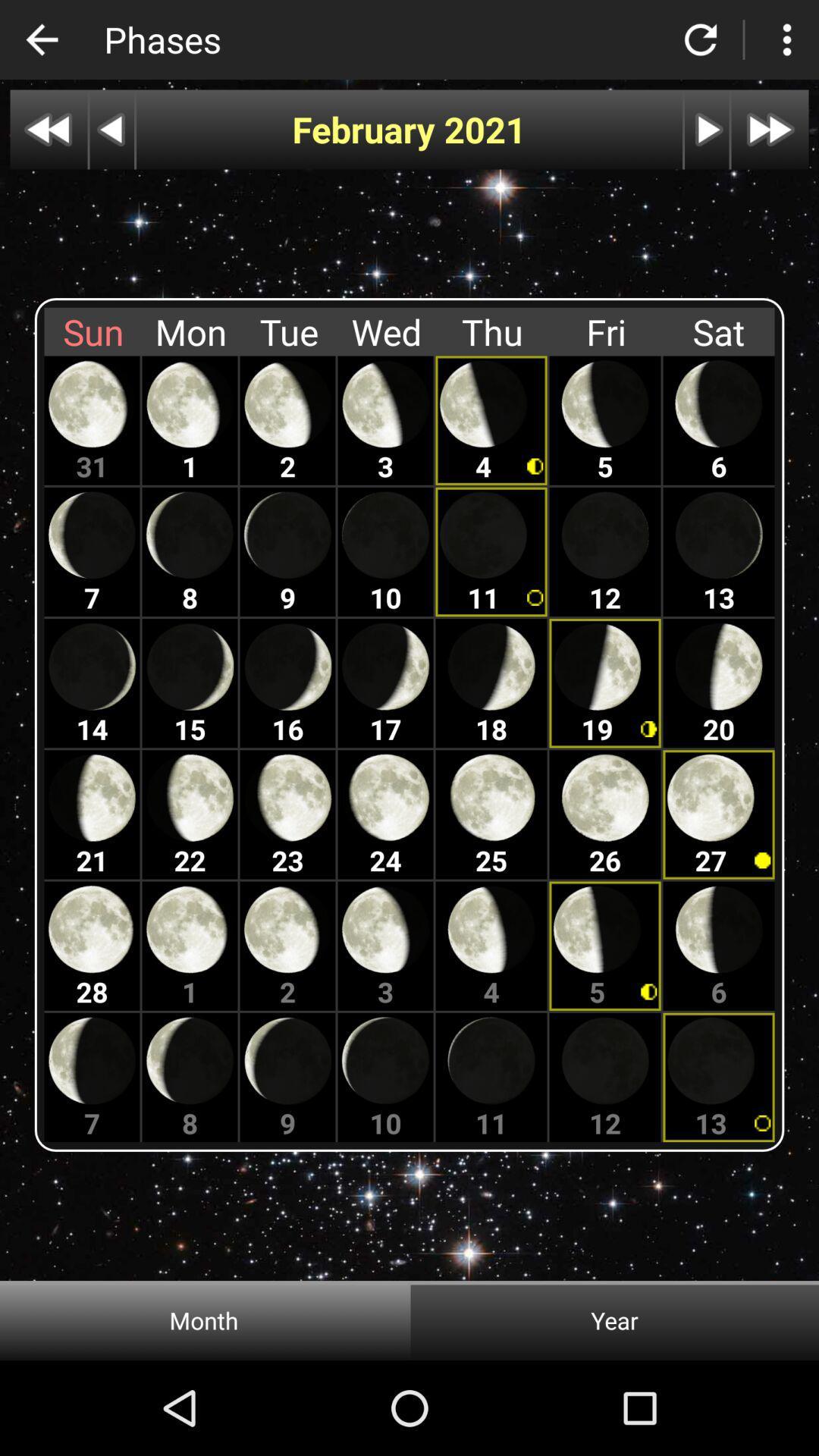 Image resolution: width=819 pixels, height=1456 pixels. I want to click on skip forward, so click(770, 130).